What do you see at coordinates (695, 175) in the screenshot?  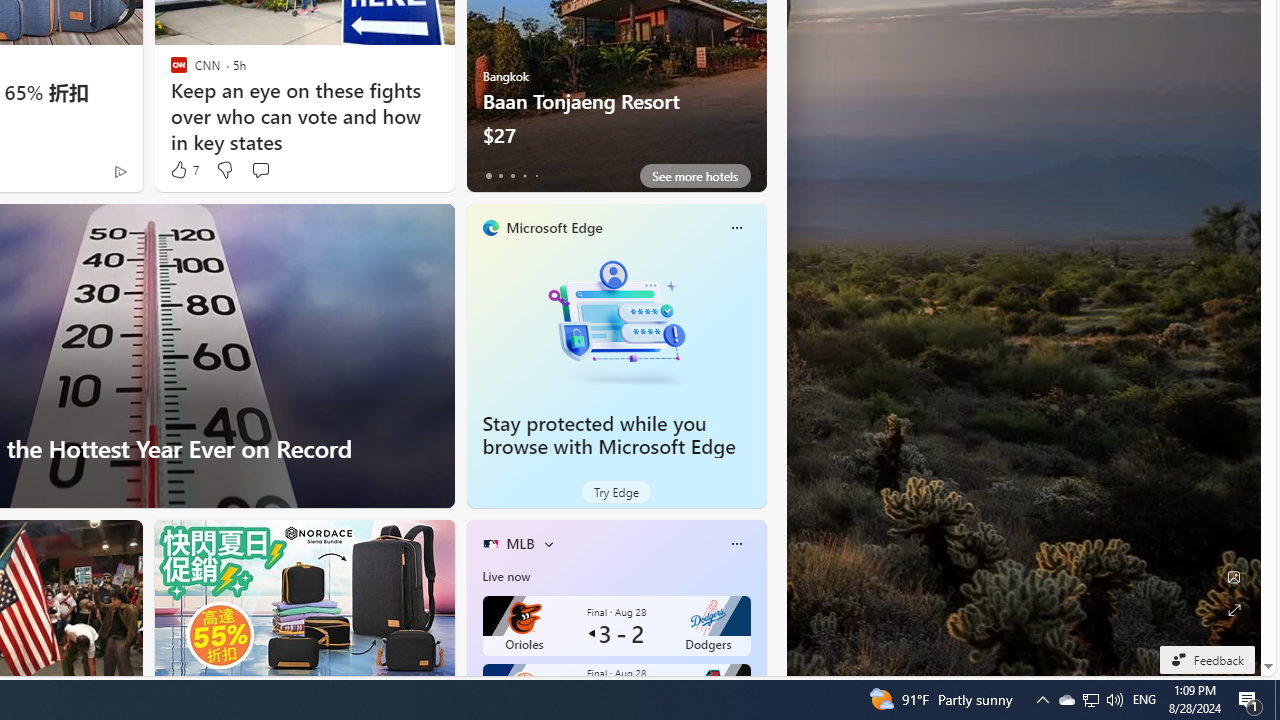 I see `'See more hotels'` at bounding box center [695, 175].